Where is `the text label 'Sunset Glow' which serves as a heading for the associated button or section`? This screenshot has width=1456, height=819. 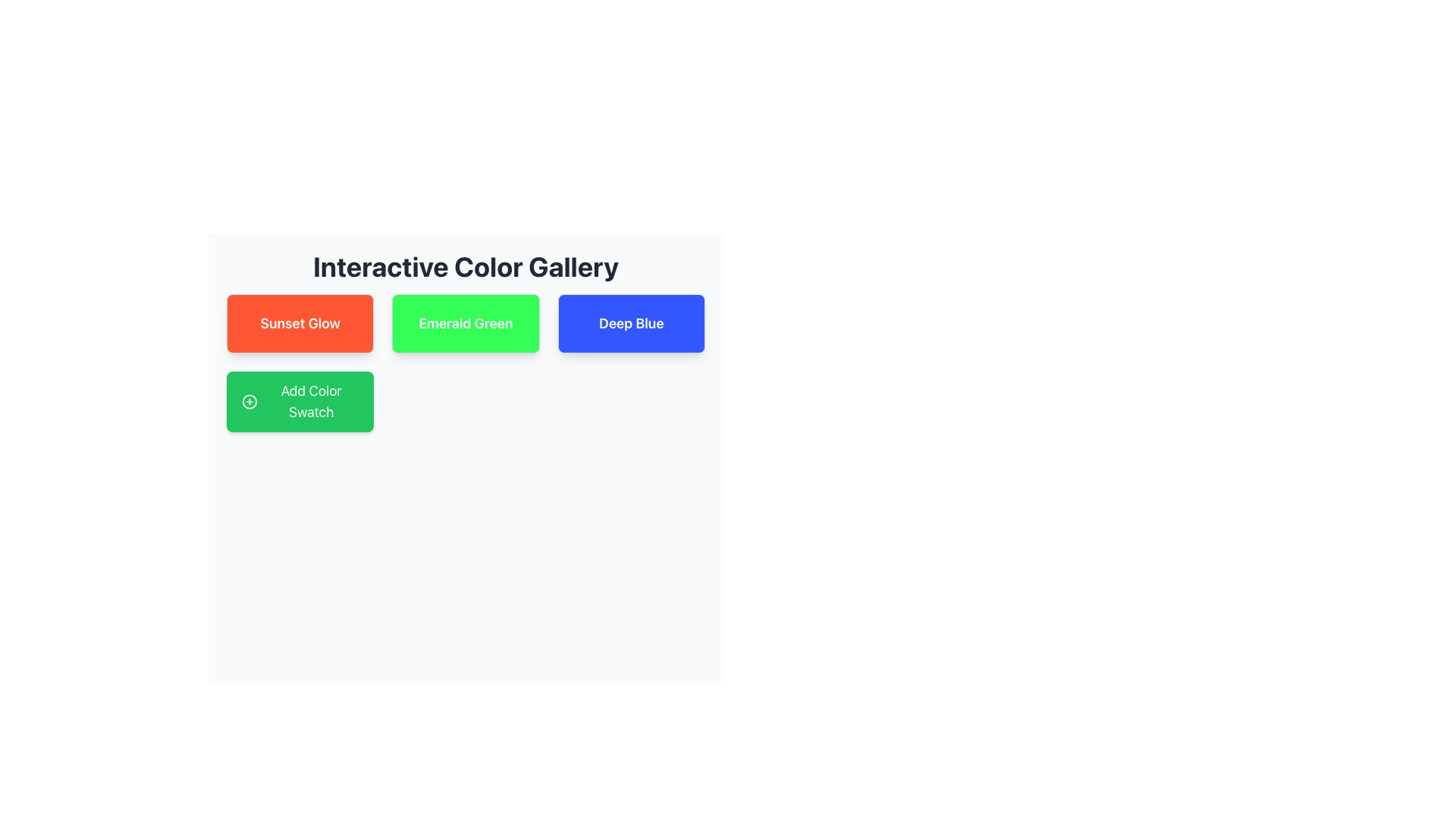 the text label 'Sunset Glow' which serves as a heading for the associated button or section is located at coordinates (300, 323).